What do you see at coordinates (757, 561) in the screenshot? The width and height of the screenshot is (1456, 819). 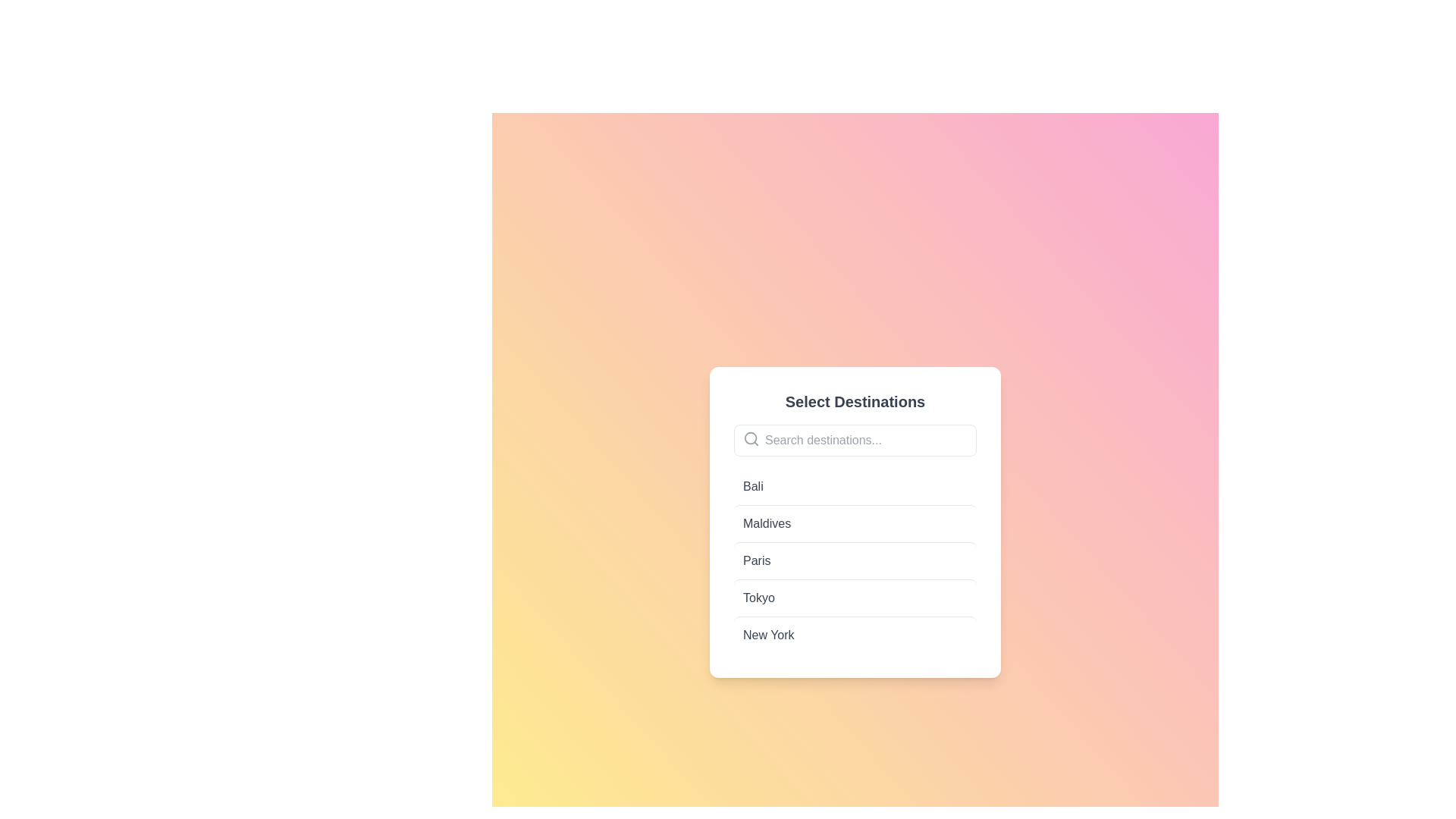 I see `the 'Paris' text label, which identifies the selection within a list of destinations located between 'Maldives' and 'Tokyo' under the header 'Select Destinations'` at bounding box center [757, 561].